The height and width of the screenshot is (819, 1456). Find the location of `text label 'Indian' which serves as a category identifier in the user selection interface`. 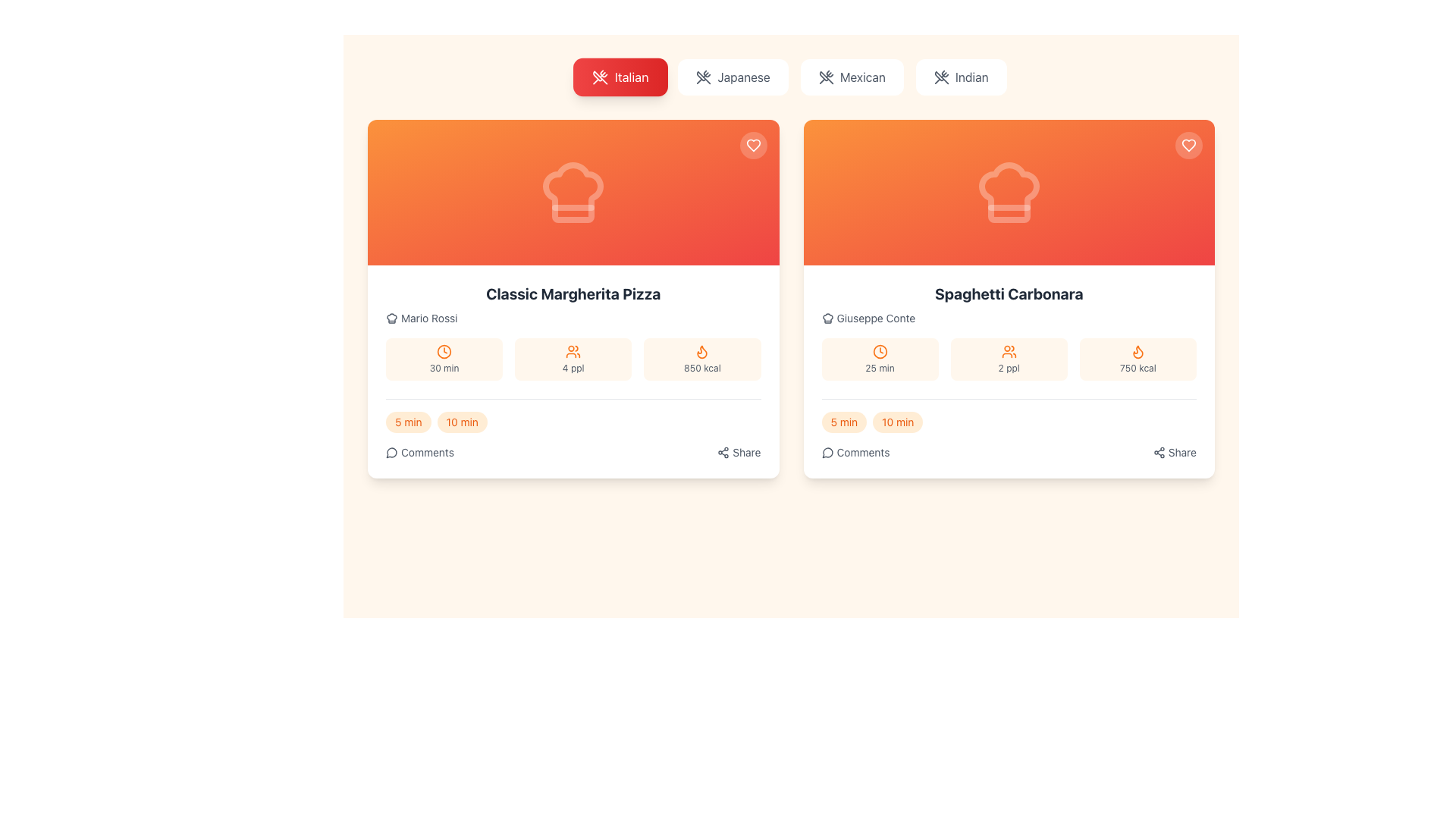

text label 'Indian' which serves as a category identifier in the user selection interface is located at coordinates (971, 77).